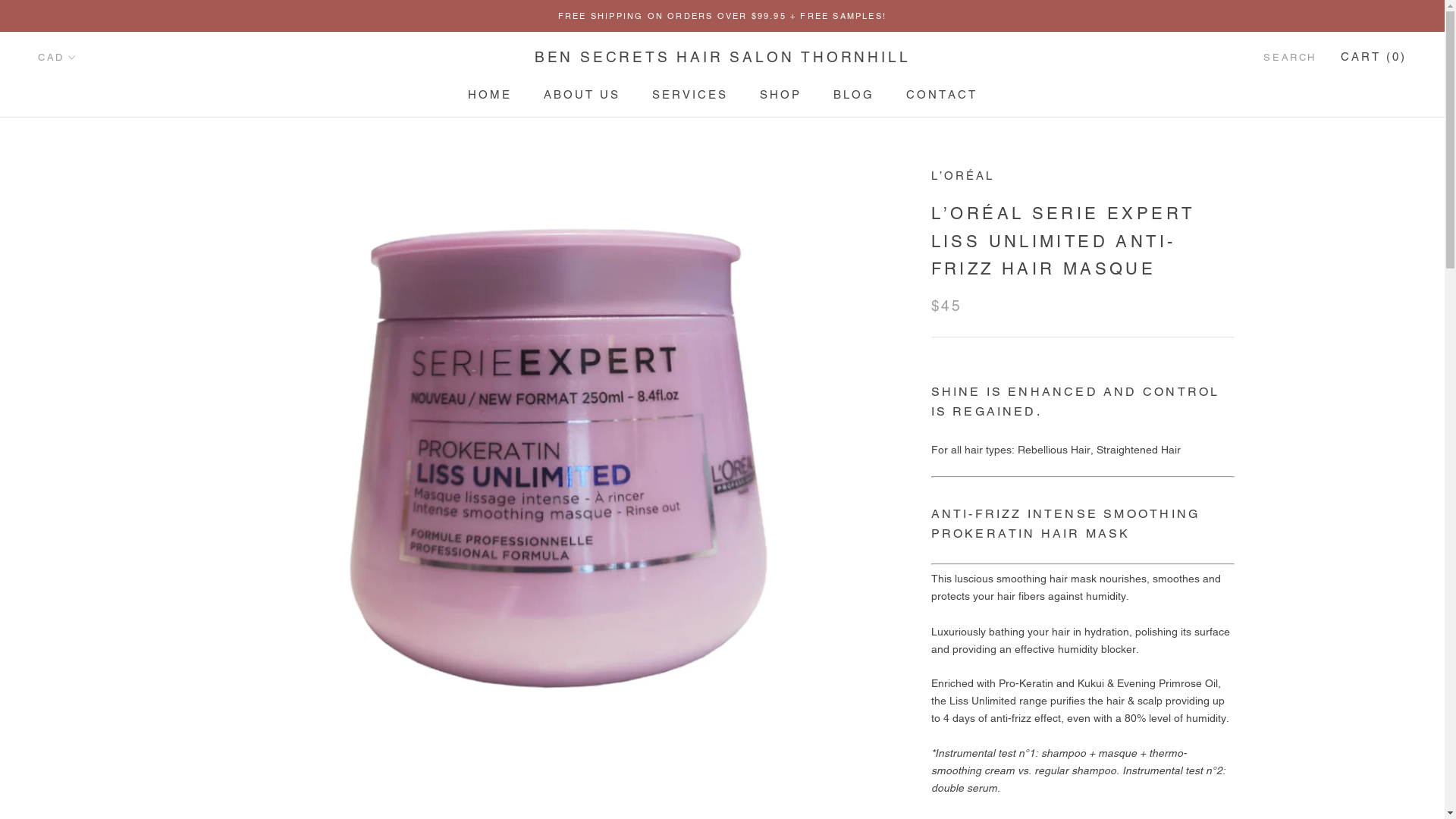  What do you see at coordinates (542, 94) in the screenshot?
I see `'ABOUT US` at bounding box center [542, 94].